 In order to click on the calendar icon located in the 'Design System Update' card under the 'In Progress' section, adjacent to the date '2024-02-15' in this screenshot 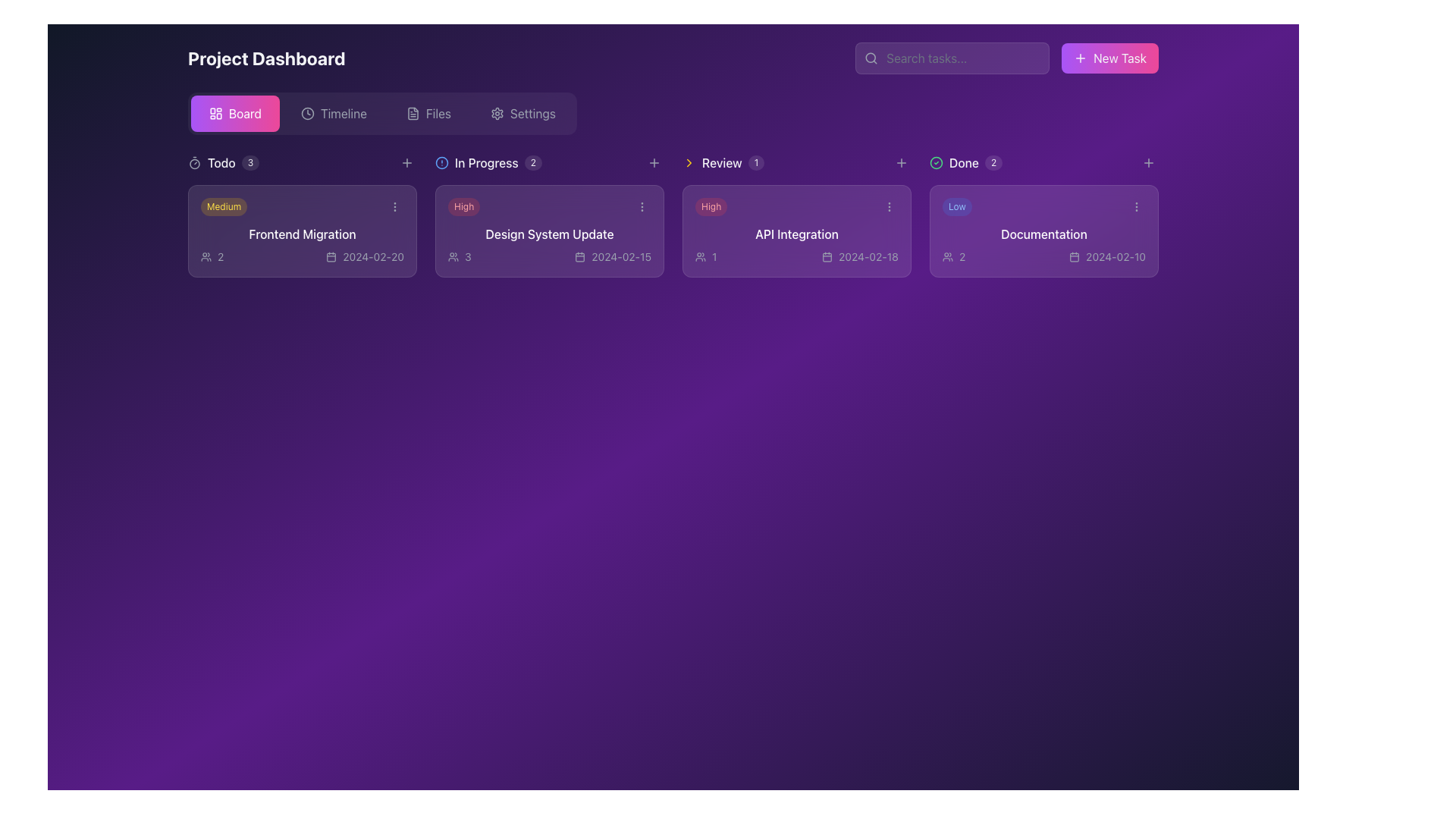, I will do `click(579, 256)`.